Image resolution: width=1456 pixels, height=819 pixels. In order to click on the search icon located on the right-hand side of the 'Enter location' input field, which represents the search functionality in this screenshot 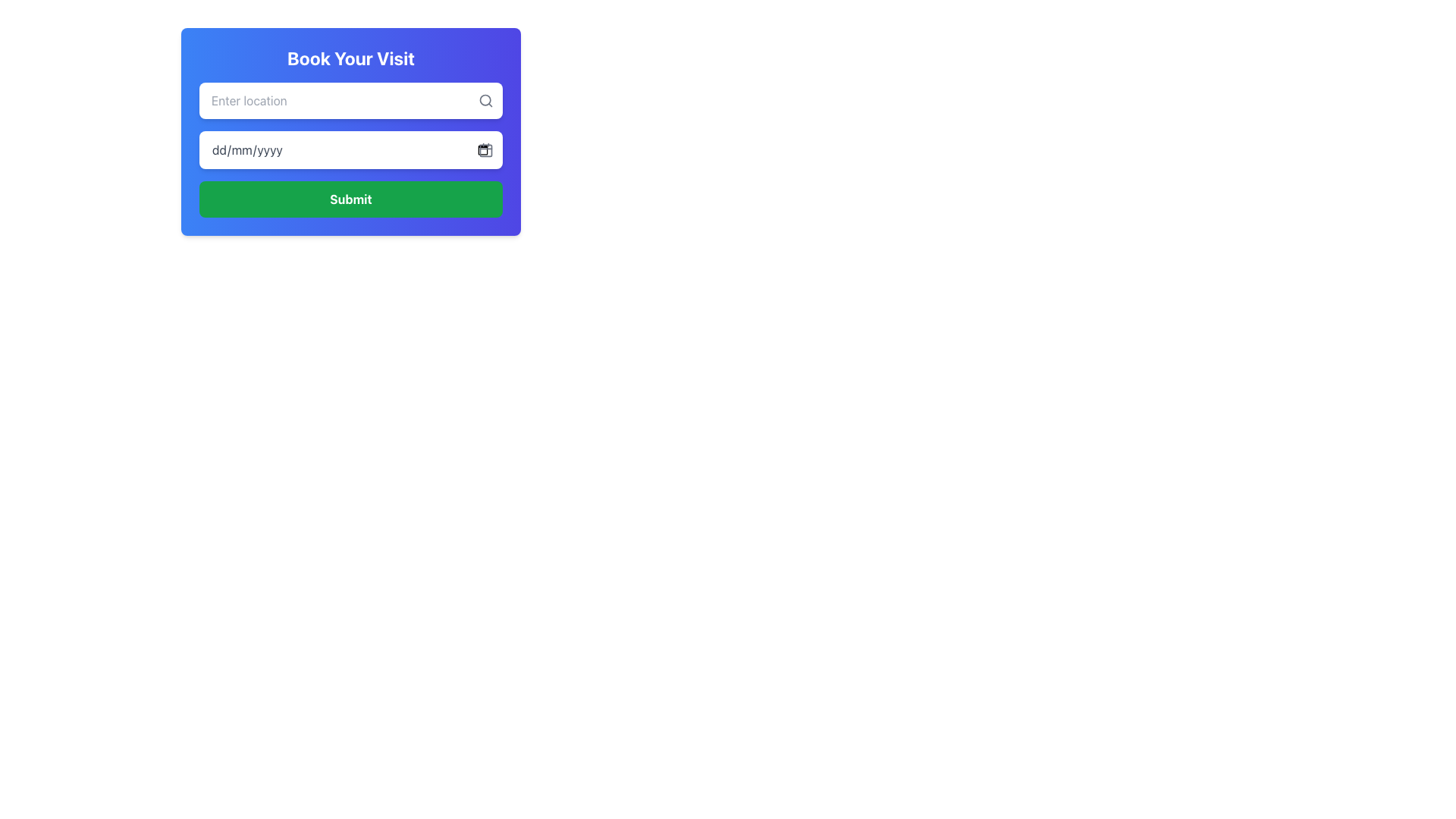, I will do `click(485, 100)`.